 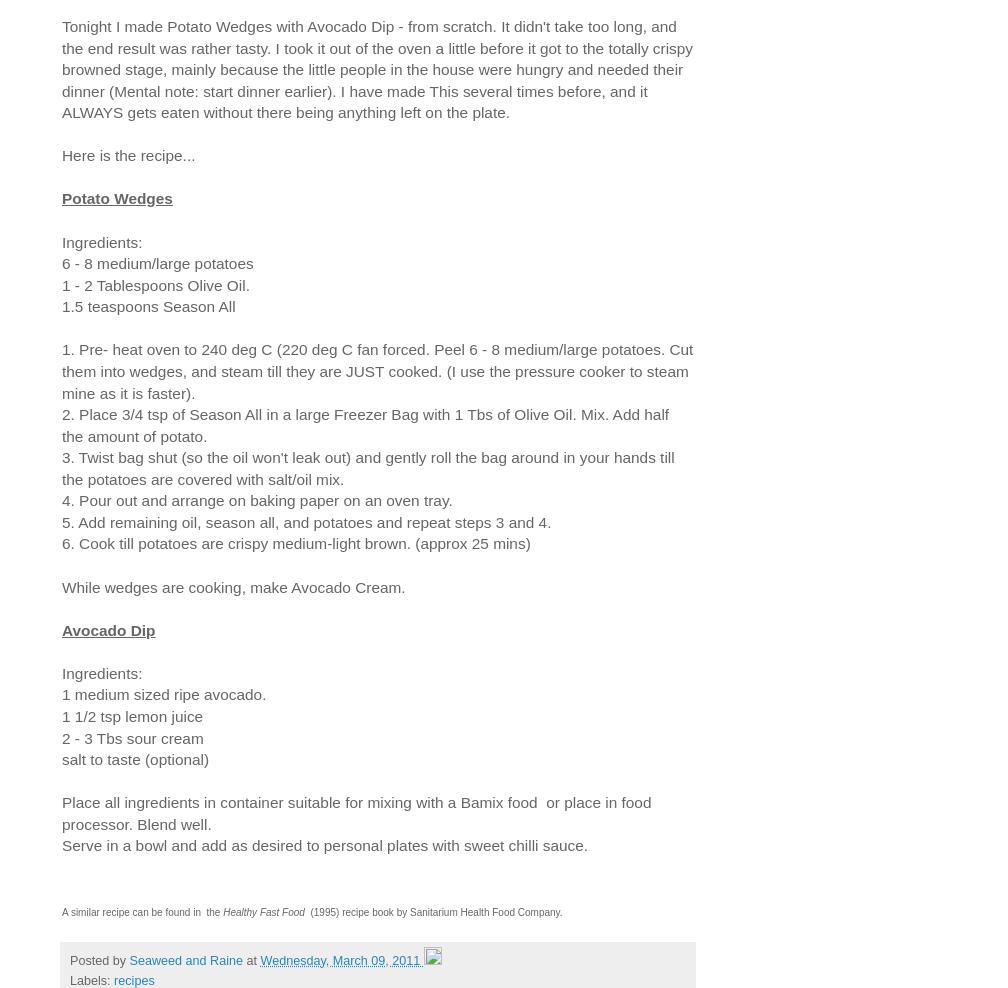 I want to click on 'Potato Wedges', so click(x=117, y=198).